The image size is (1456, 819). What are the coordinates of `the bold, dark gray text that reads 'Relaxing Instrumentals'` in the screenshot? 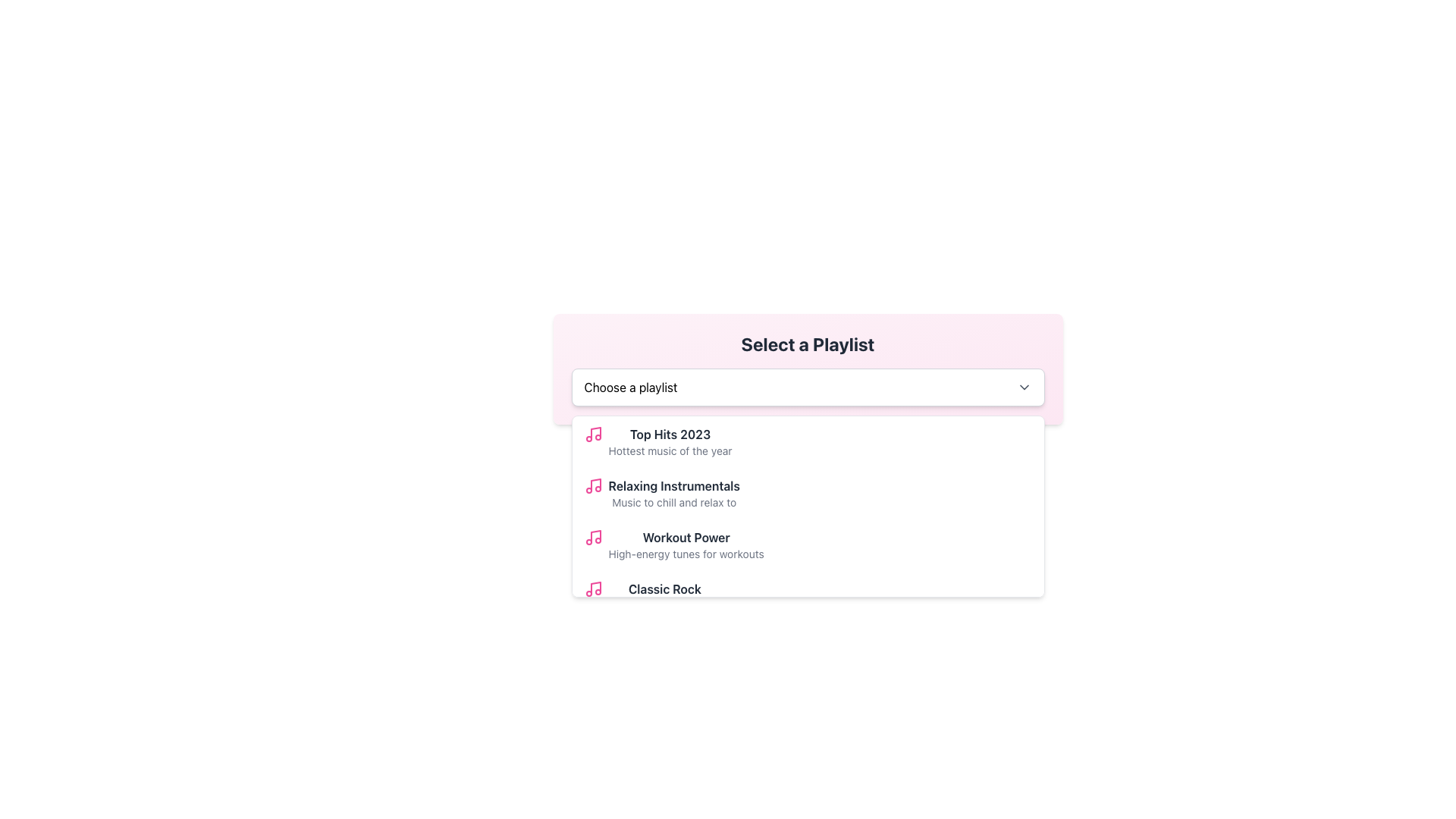 It's located at (673, 485).